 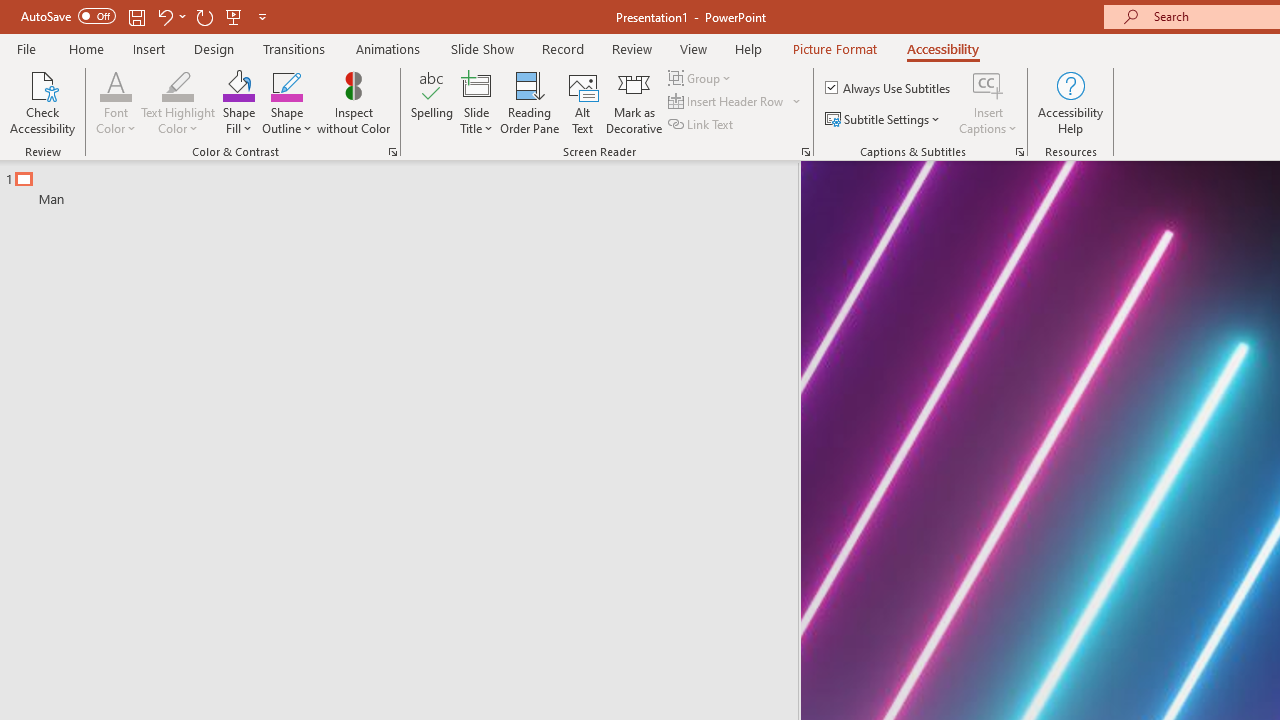 I want to click on 'Quick Access Toolbar', so click(x=144, y=16).